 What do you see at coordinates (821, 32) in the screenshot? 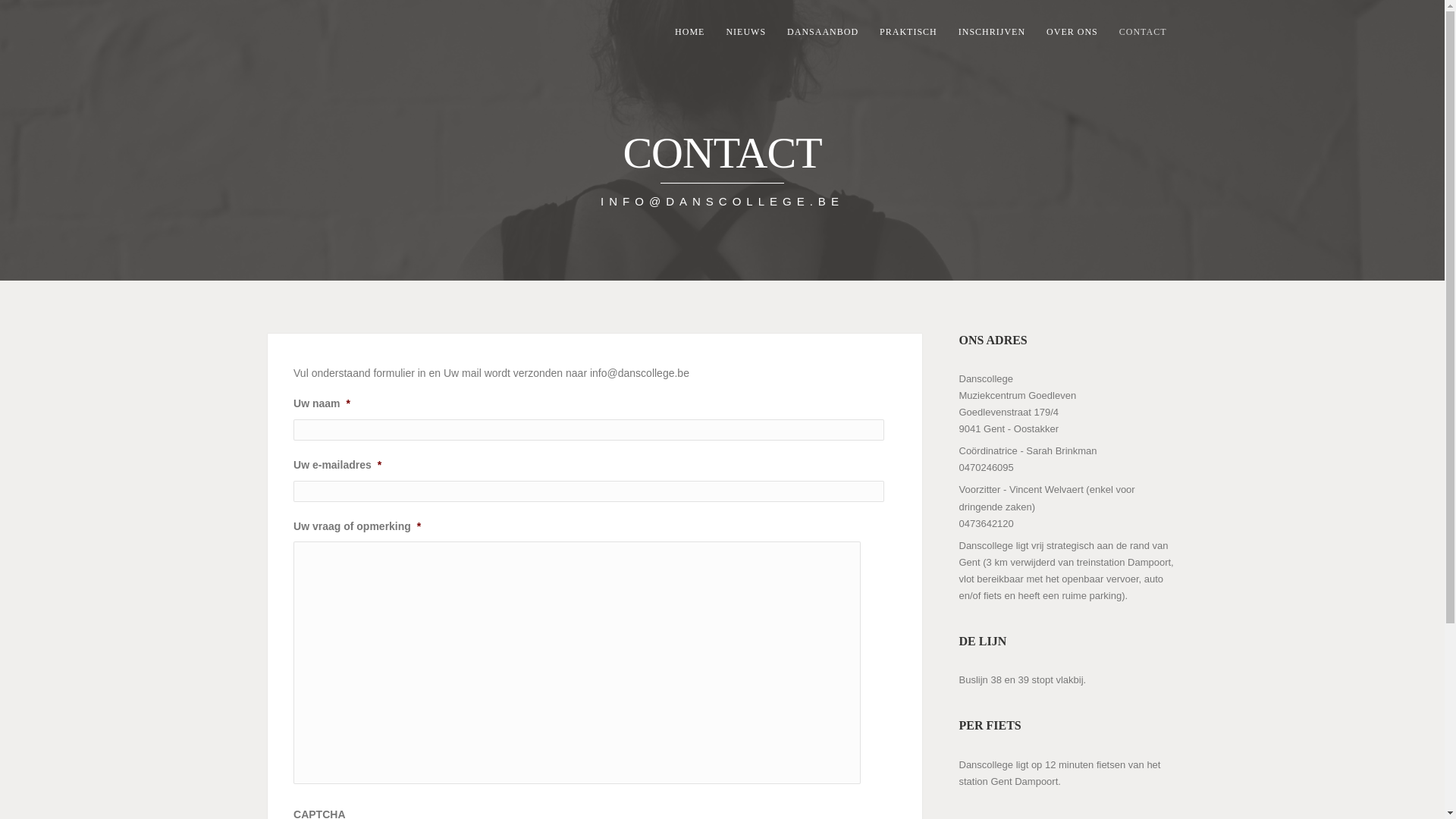
I see `'DANSAANBOD'` at bounding box center [821, 32].